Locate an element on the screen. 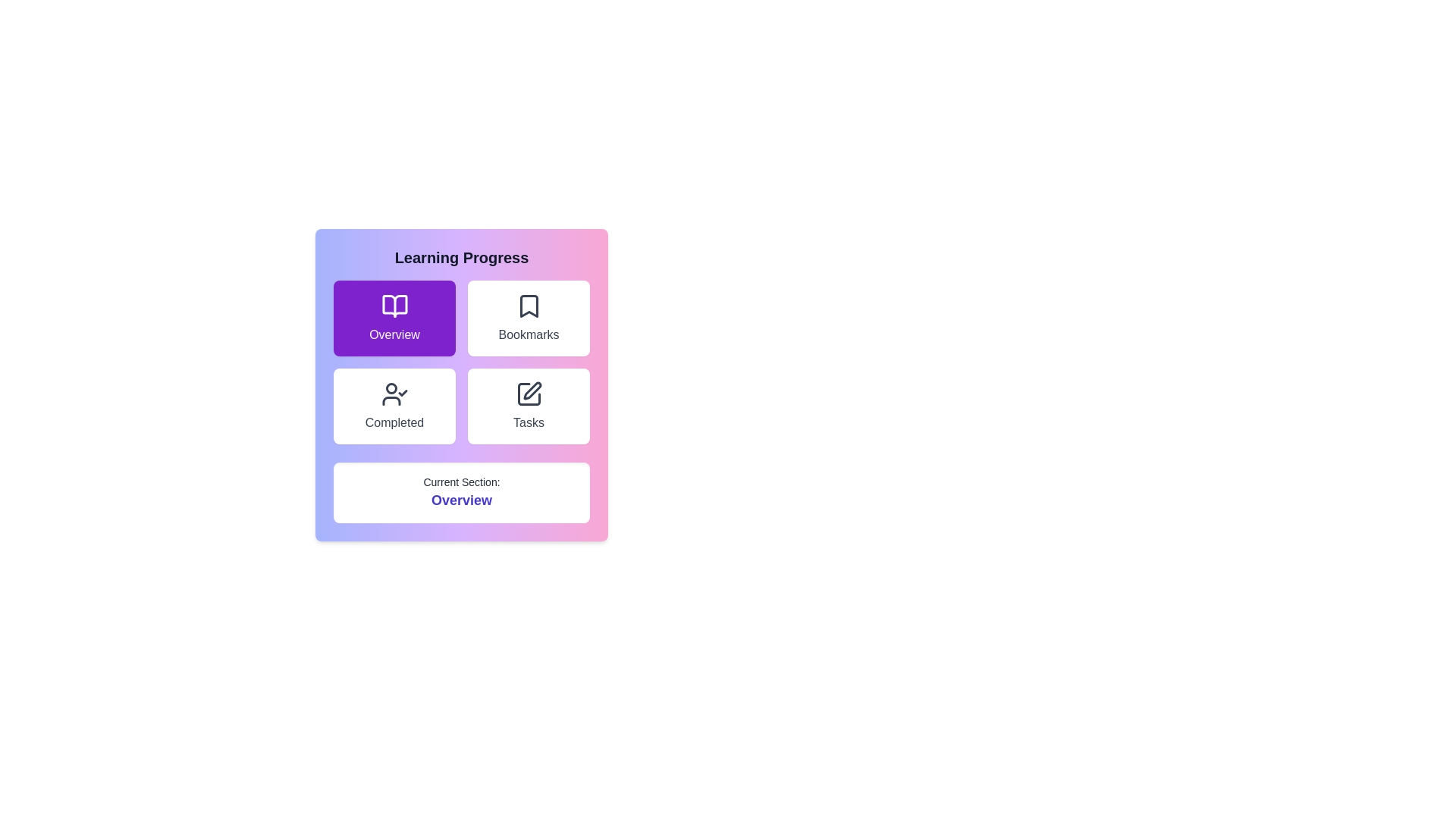 The width and height of the screenshot is (1456, 819). the button corresponding to the Tasks section is located at coordinates (529, 406).